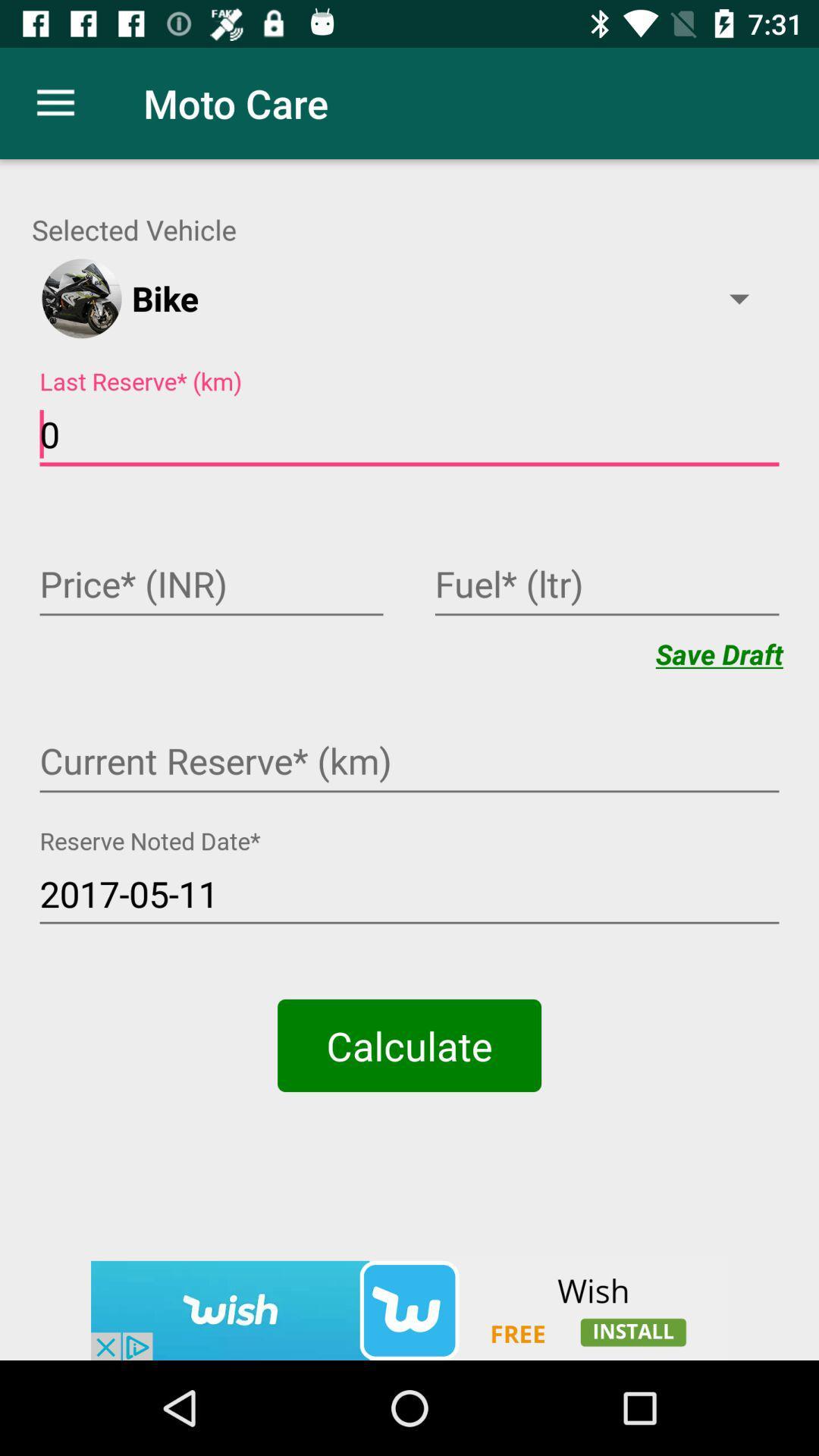 This screenshot has width=819, height=1456. Describe the element at coordinates (718, 654) in the screenshot. I see `save draft` at that location.